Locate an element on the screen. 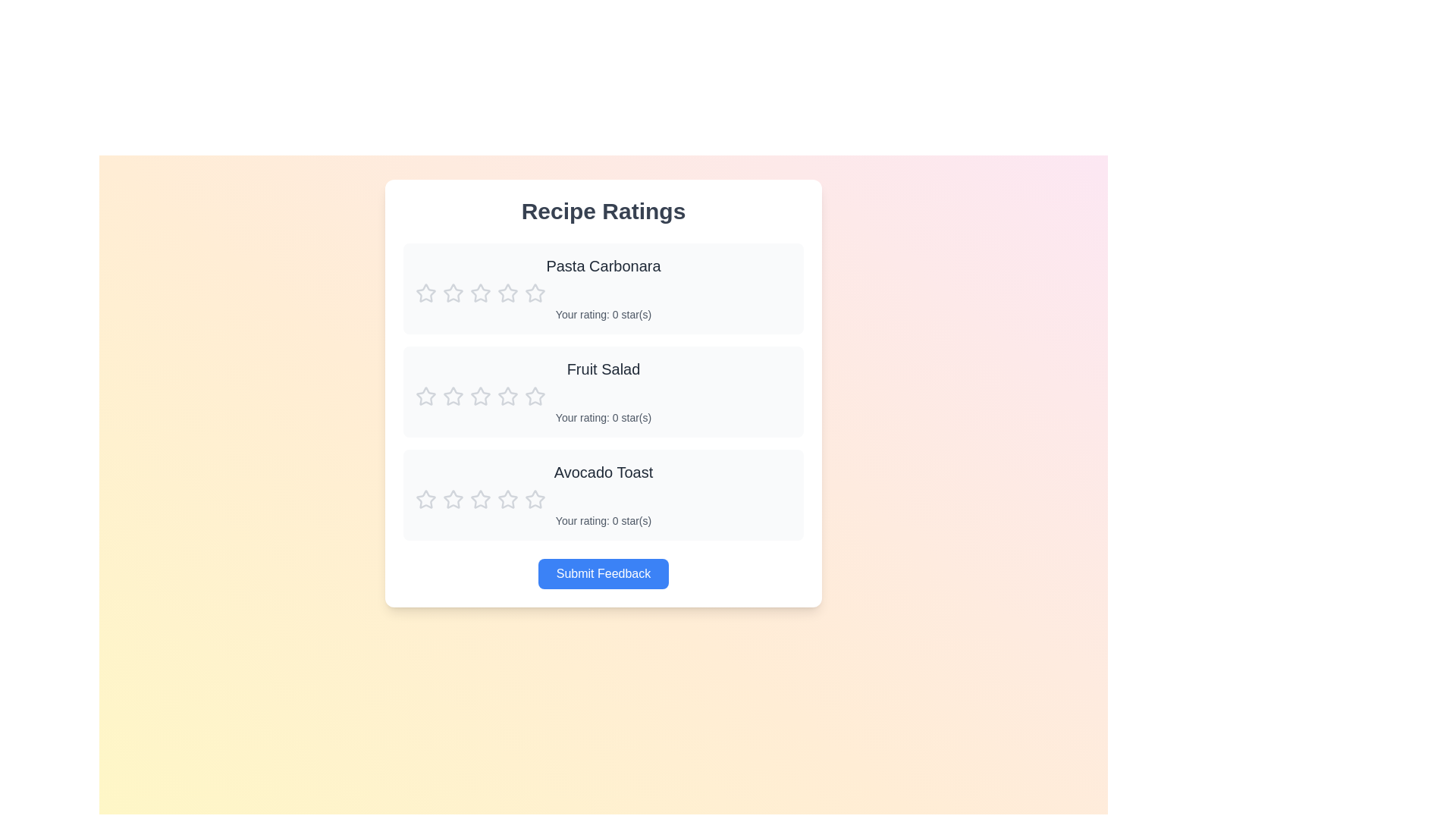 This screenshot has height=819, width=1456. the star-shaped rating button for the 'Pasta Carbonara' recipe, which is the first star in a sequence of five rating stars is located at coordinates (425, 293).